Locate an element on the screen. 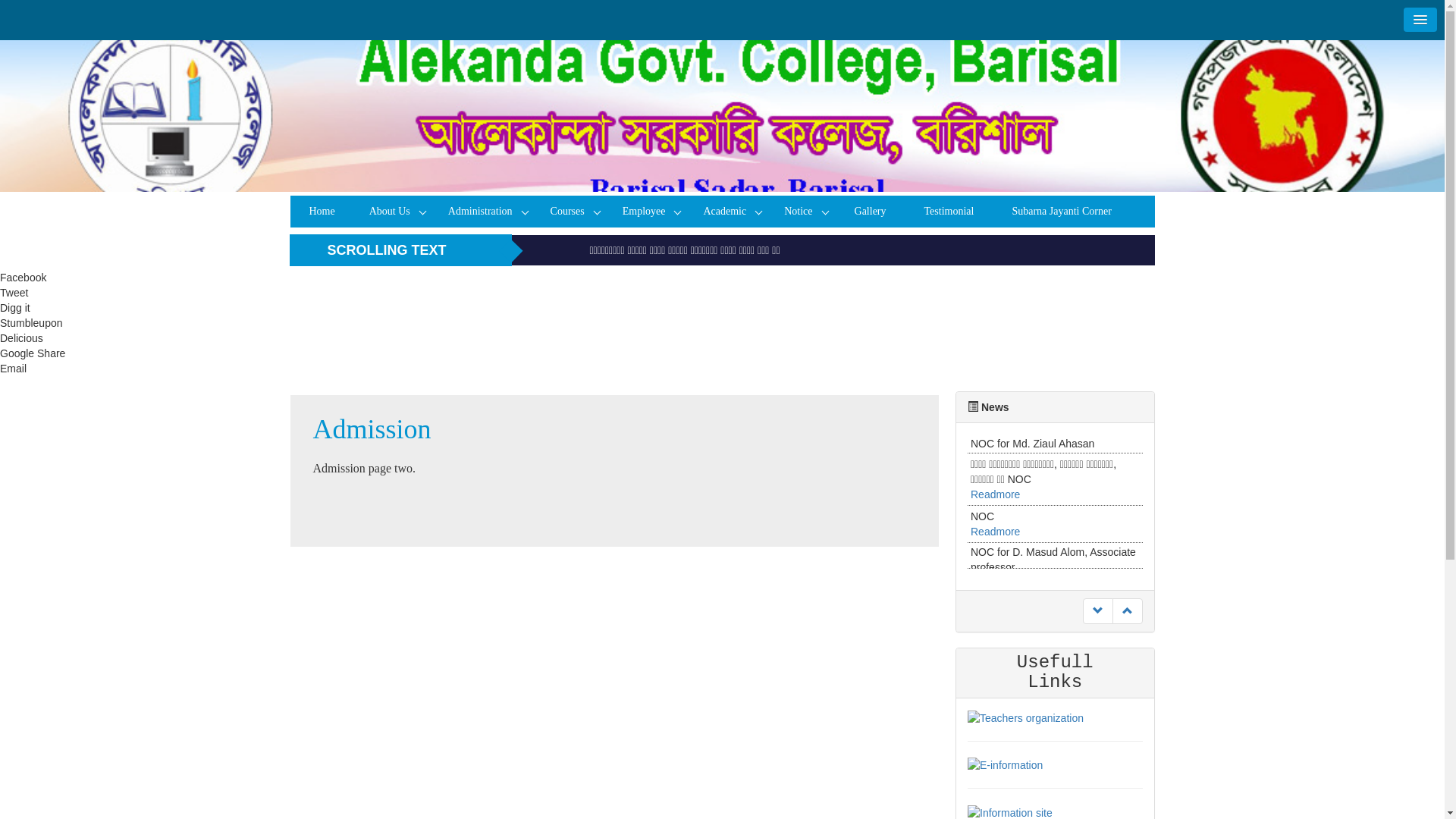 This screenshot has height=819, width=1456. 'Administration' is located at coordinates (432, 211).